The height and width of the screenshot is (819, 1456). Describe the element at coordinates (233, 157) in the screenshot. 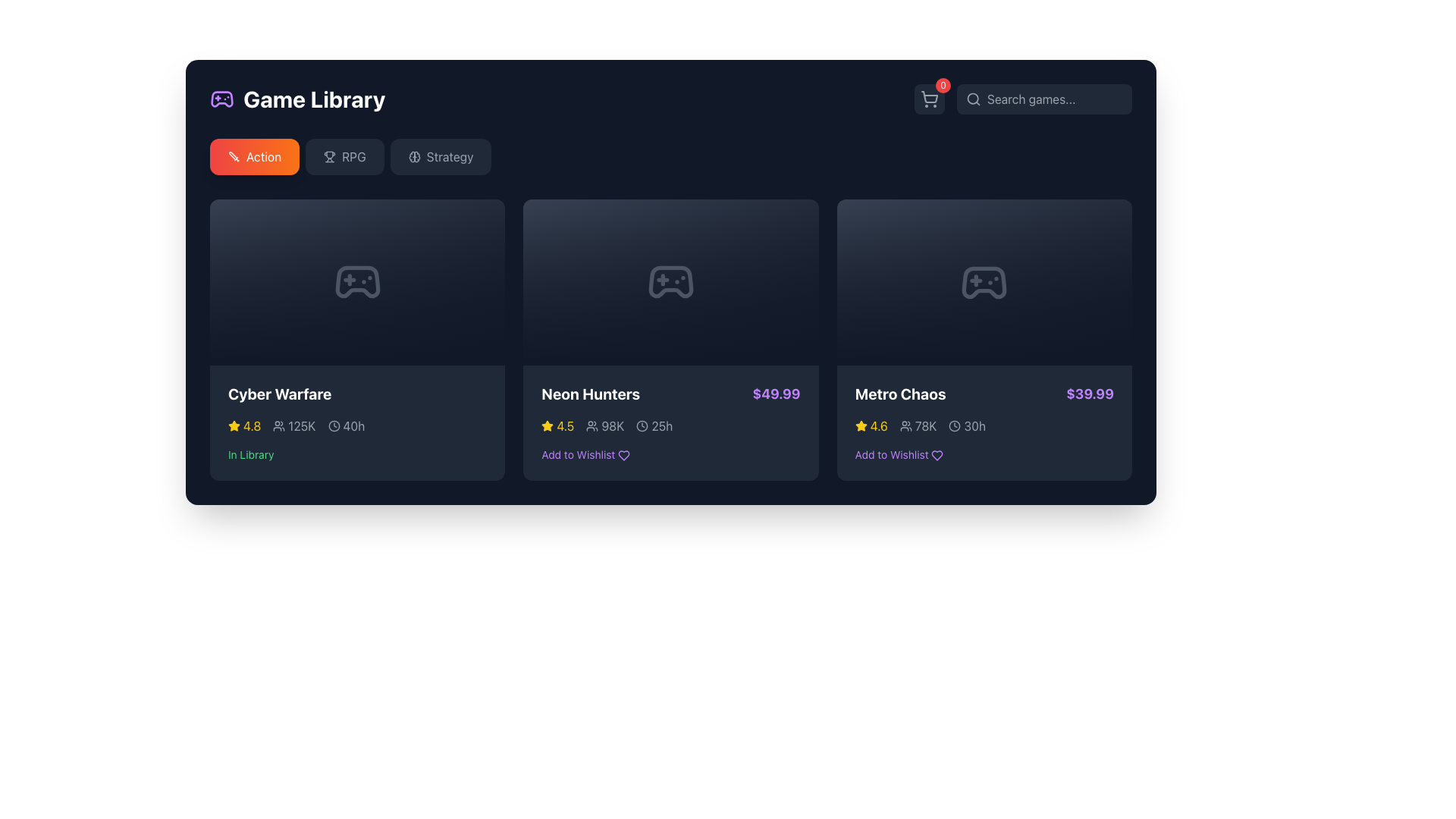

I see `the sword icon located within the rectangular button labeled 'Action' in the top-left quadrant of the interface` at that location.